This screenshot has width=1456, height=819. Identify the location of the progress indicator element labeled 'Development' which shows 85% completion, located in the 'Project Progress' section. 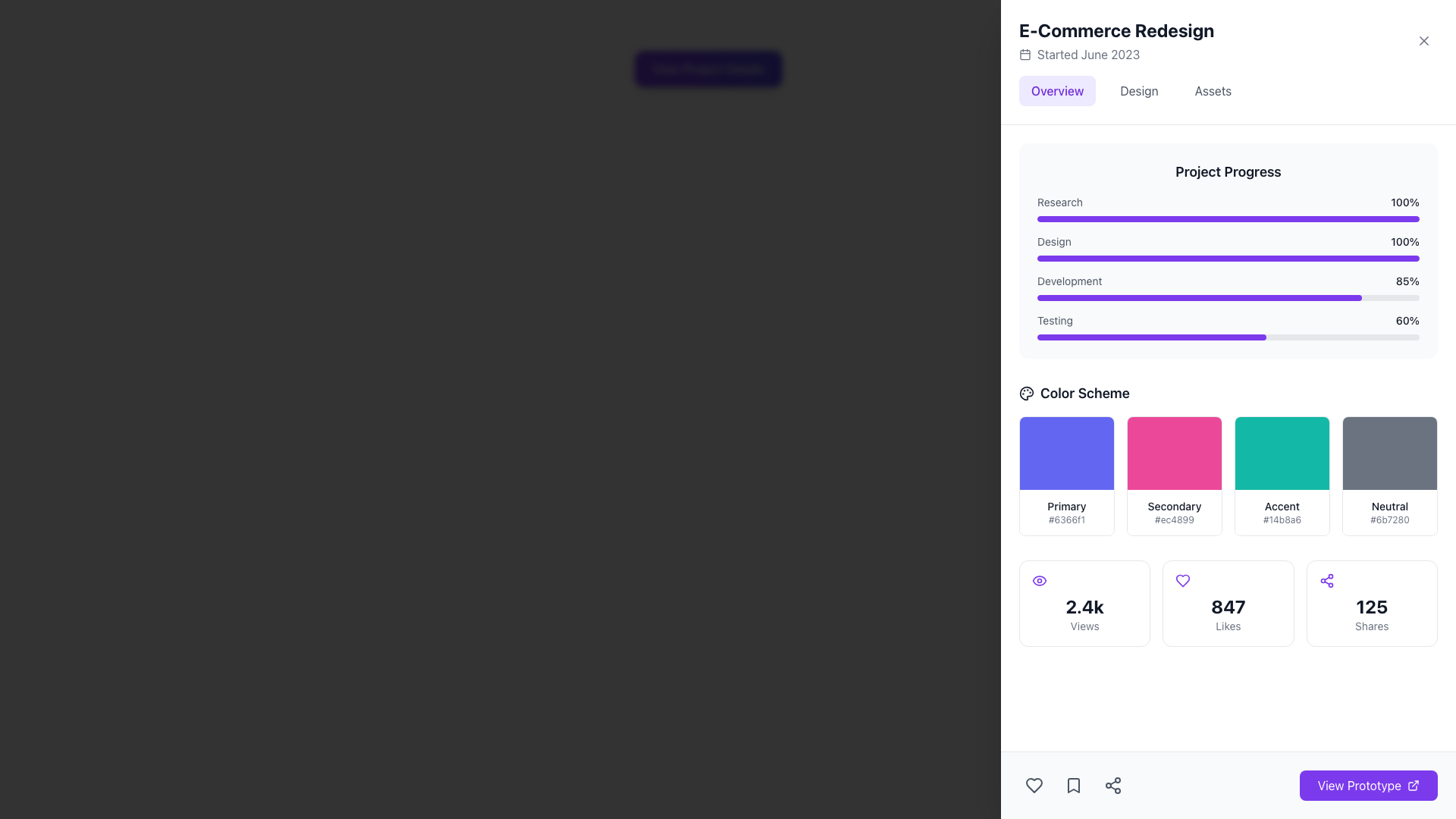
(1228, 287).